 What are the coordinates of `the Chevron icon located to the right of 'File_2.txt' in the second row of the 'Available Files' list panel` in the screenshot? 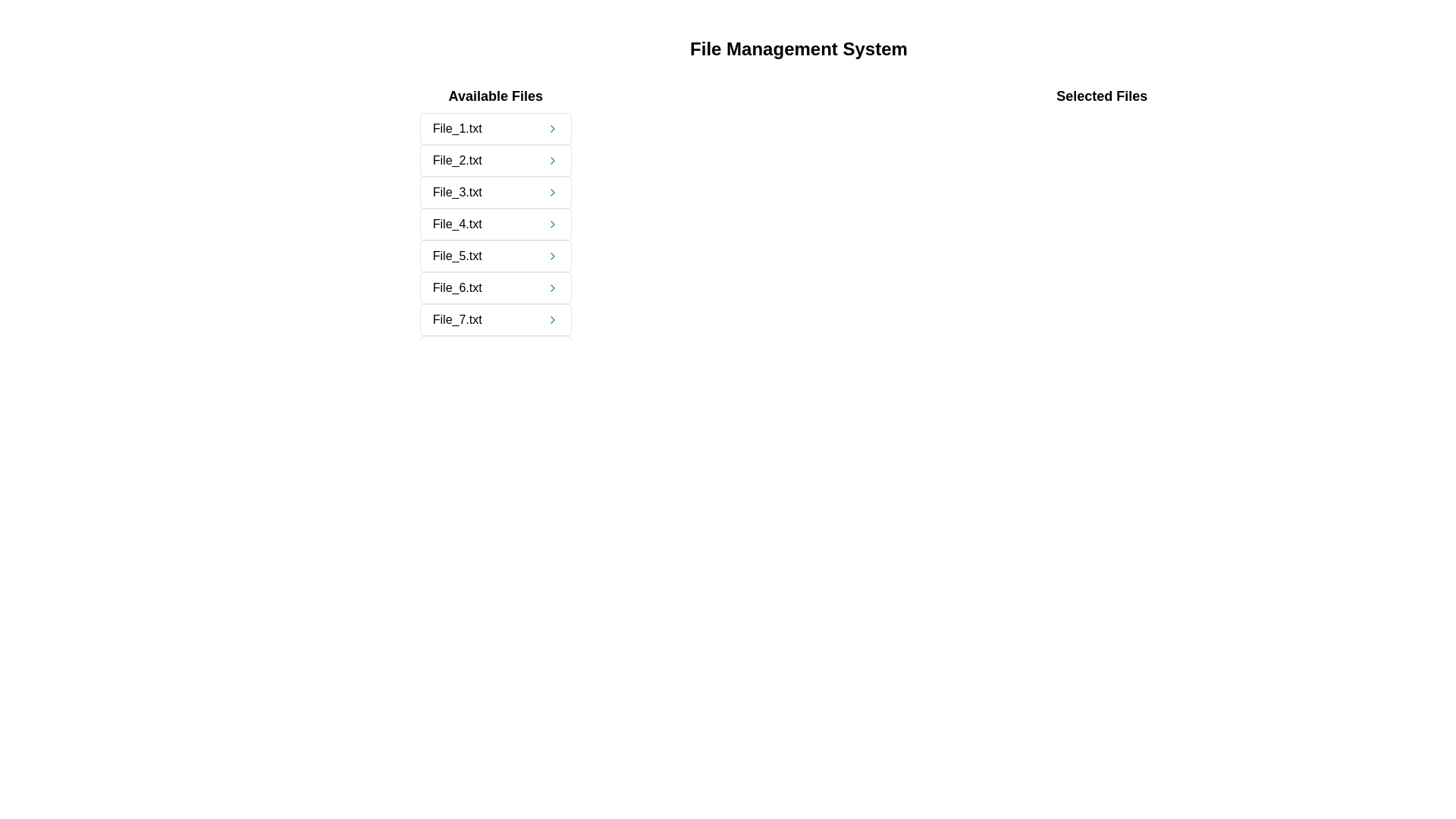 It's located at (551, 161).